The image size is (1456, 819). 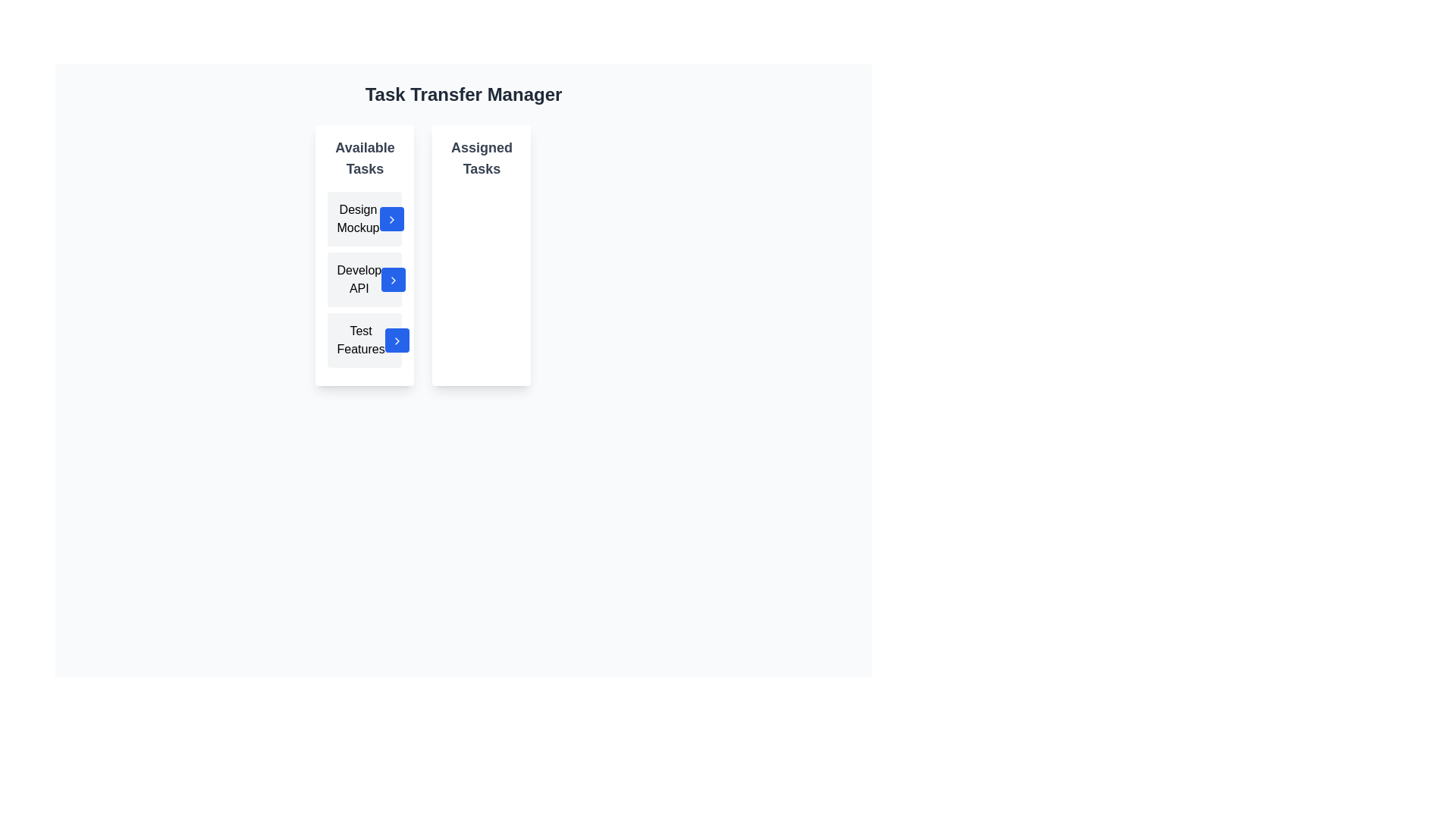 What do you see at coordinates (394, 280) in the screenshot?
I see `the button located to the right of the 'Develop API' text label` at bounding box center [394, 280].